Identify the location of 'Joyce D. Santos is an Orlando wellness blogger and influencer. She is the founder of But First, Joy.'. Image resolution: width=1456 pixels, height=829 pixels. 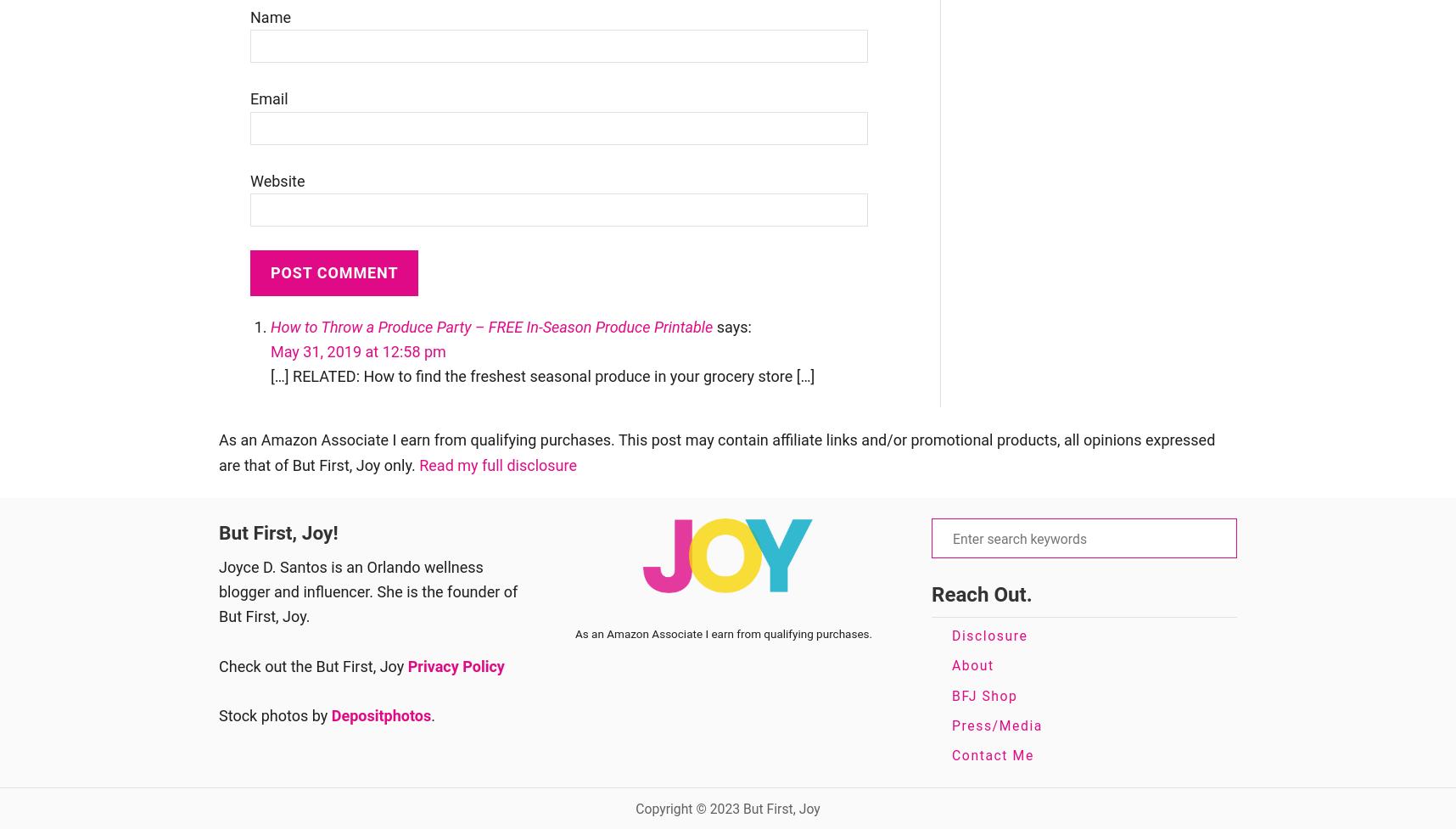
(367, 591).